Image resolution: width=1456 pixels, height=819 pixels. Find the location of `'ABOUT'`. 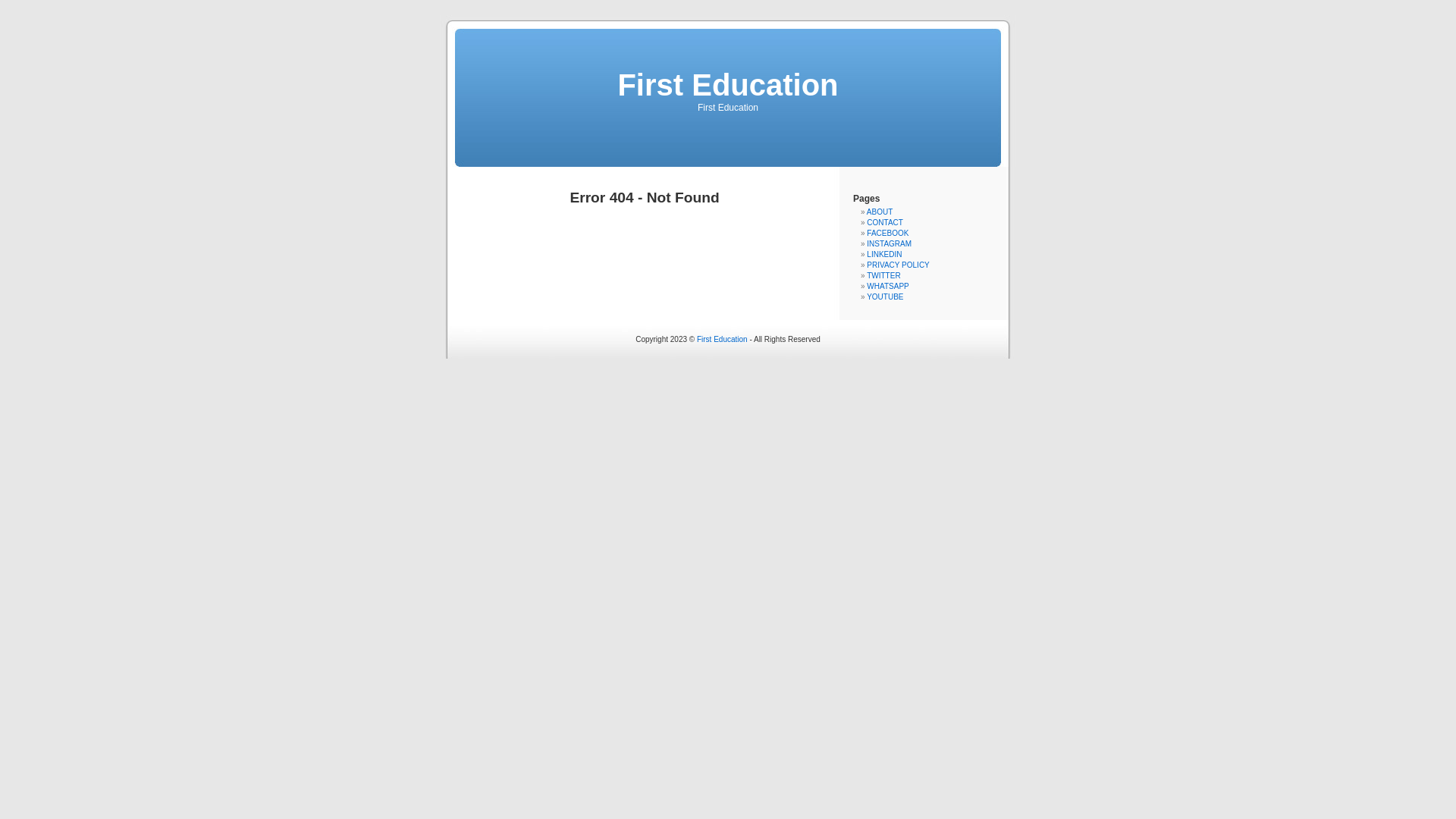

'ABOUT' is located at coordinates (866, 212).